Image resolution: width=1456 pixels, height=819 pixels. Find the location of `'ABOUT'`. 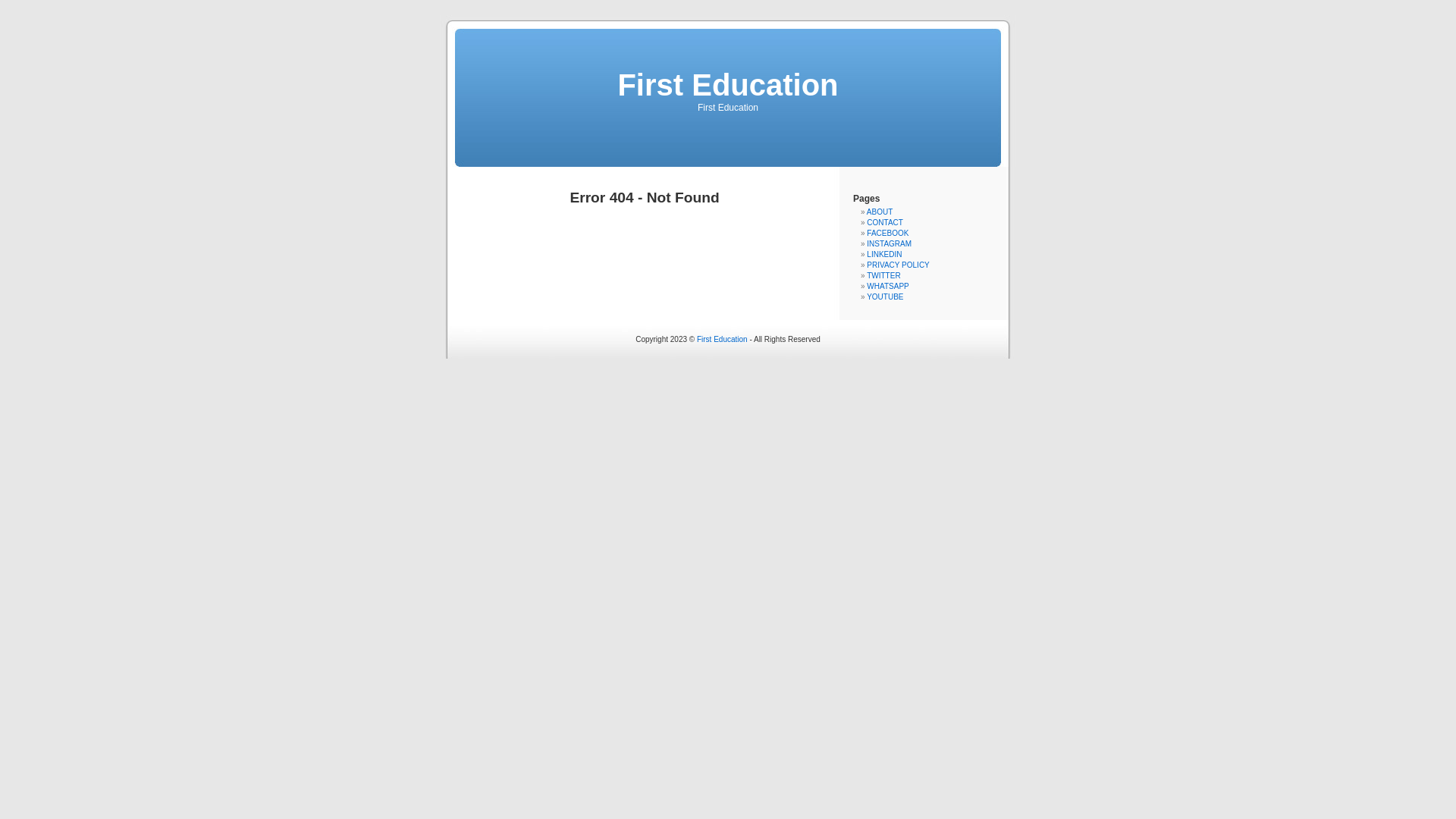

'ABOUT' is located at coordinates (866, 212).